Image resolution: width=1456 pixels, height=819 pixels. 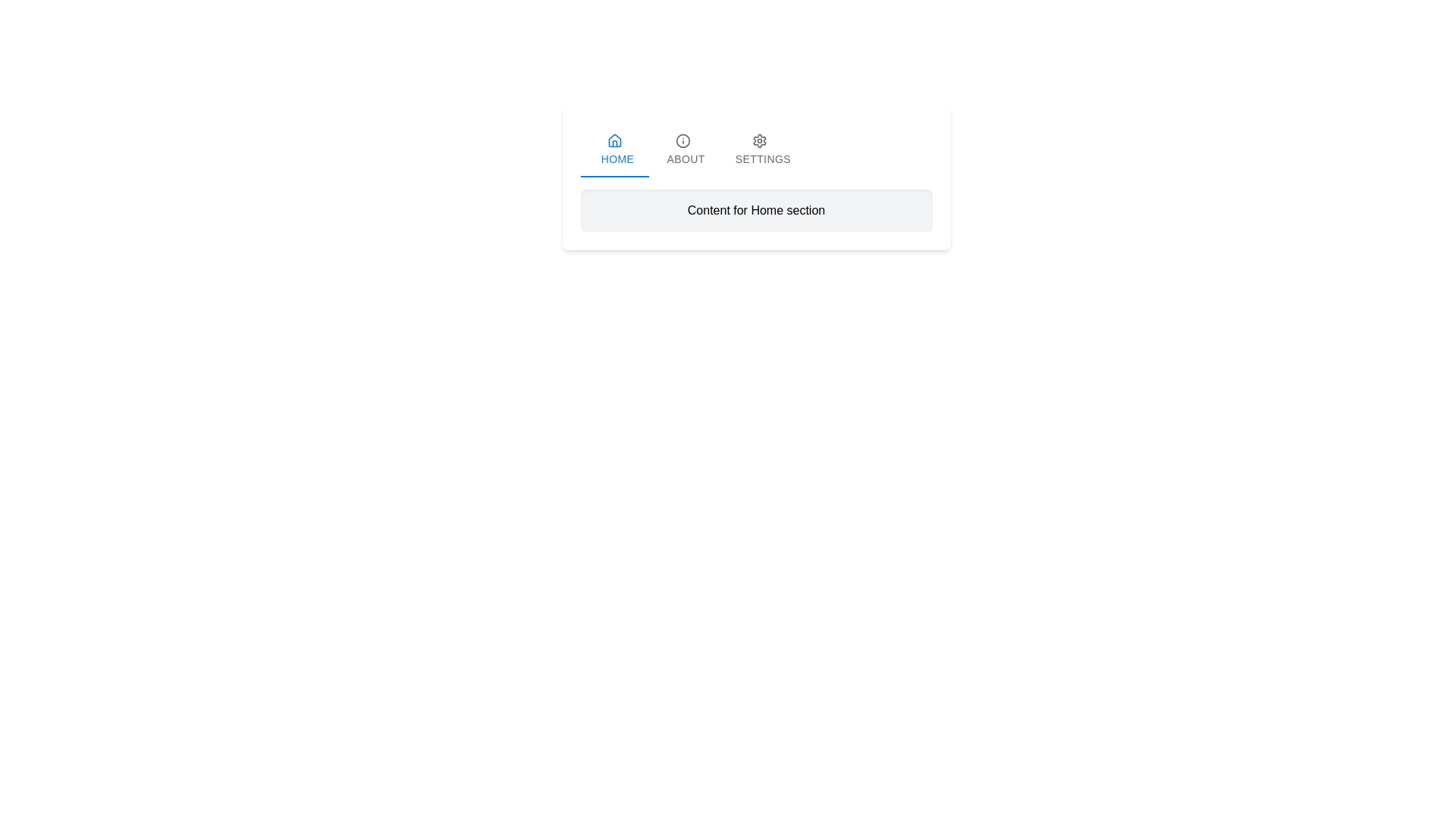 I want to click on the circular info icon located in the 'About' tab above the 'ABOUT' text, so click(x=682, y=141).